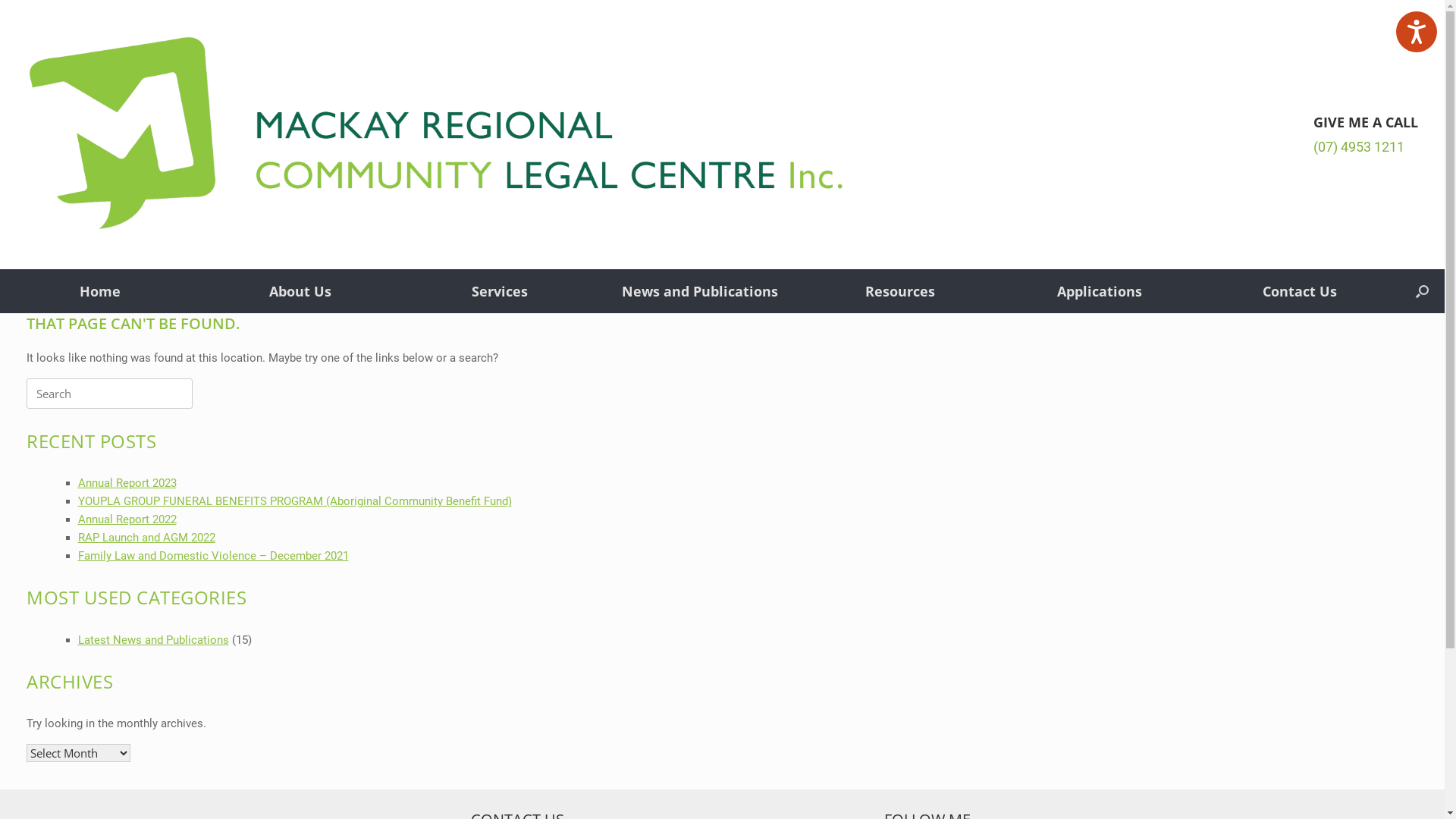 This screenshot has height=819, width=1456. What do you see at coordinates (127, 482) in the screenshot?
I see `'Annual Report 2023'` at bounding box center [127, 482].